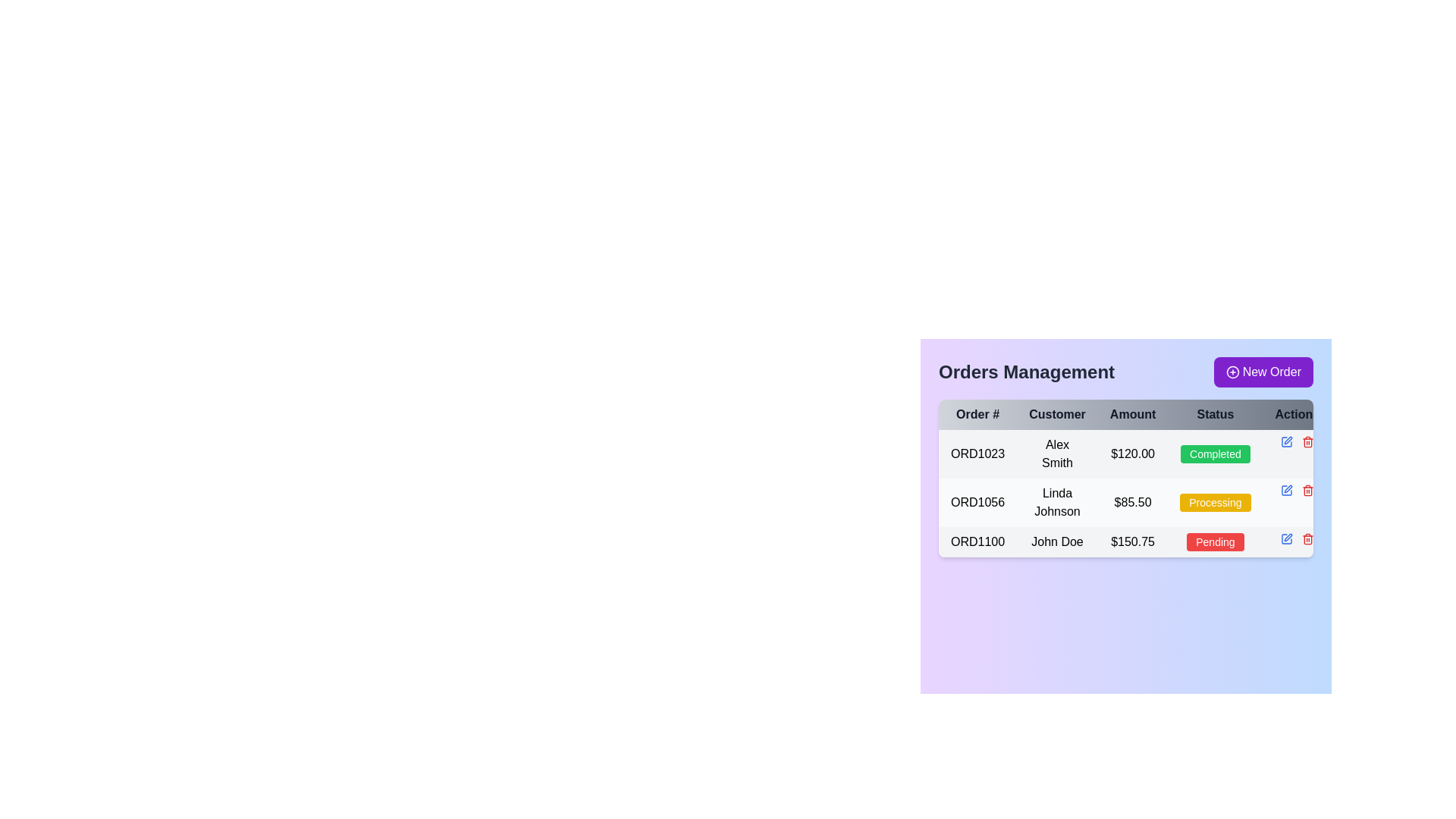 The height and width of the screenshot is (819, 1456). What do you see at coordinates (1215, 453) in the screenshot?
I see `the status indicator text label located in the 'Status' column of the first row corresponding to order 'ORD1023', which indicates that the order has been completed` at bounding box center [1215, 453].